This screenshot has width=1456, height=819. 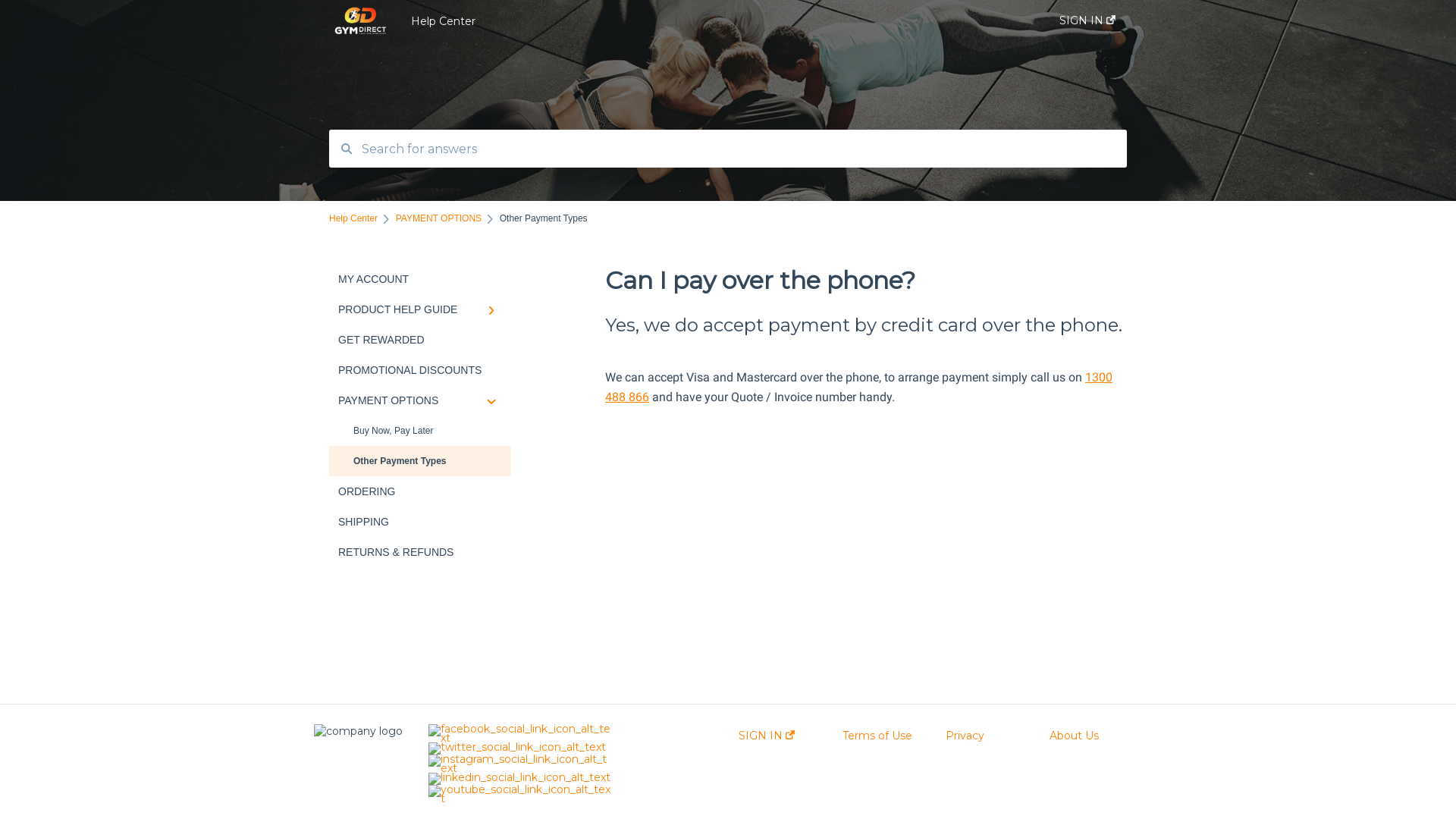 What do you see at coordinates (419, 338) in the screenshot?
I see `'GET REWARDED'` at bounding box center [419, 338].